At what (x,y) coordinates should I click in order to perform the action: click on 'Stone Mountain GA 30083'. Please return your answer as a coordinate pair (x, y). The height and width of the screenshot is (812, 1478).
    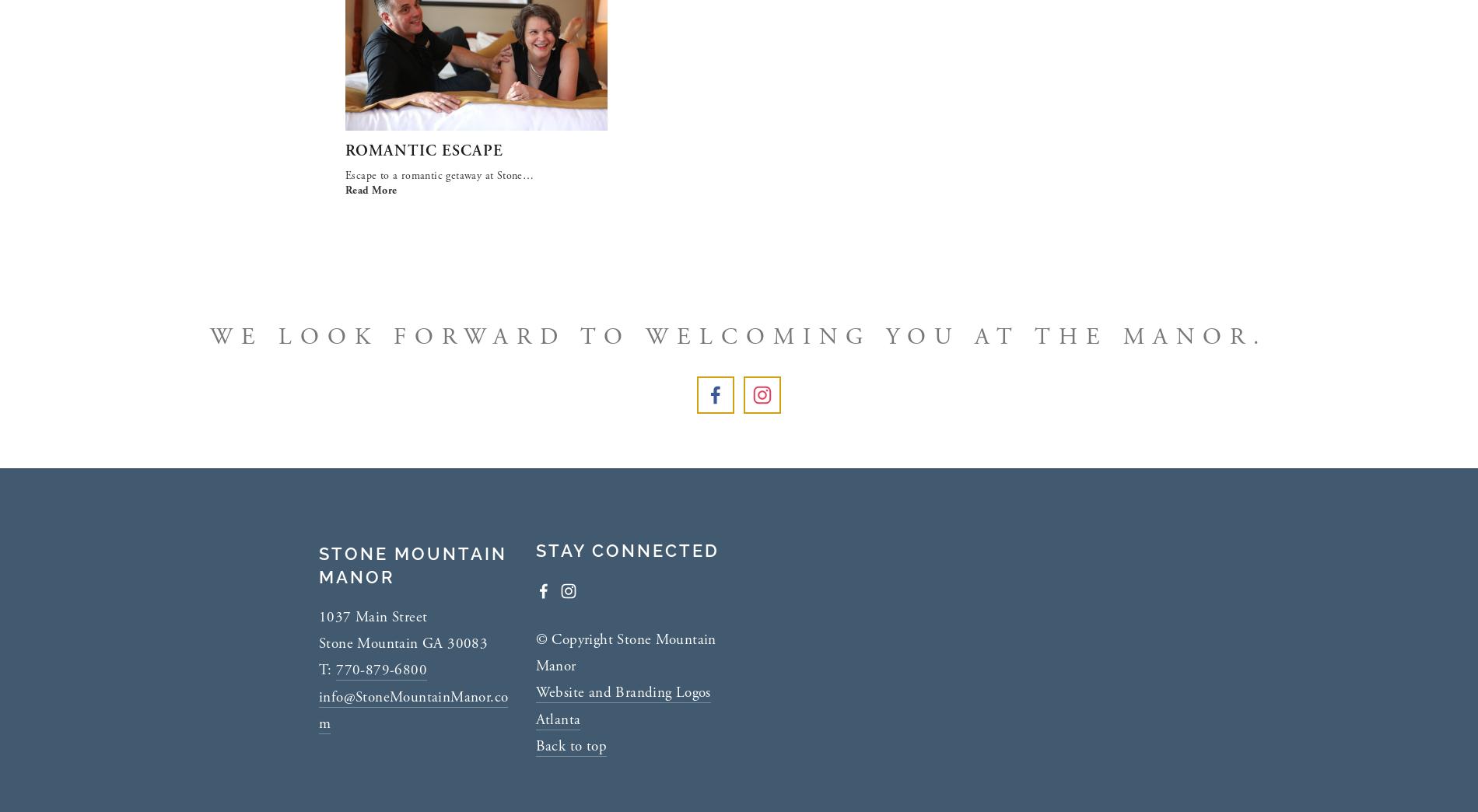
    Looking at the image, I should click on (403, 642).